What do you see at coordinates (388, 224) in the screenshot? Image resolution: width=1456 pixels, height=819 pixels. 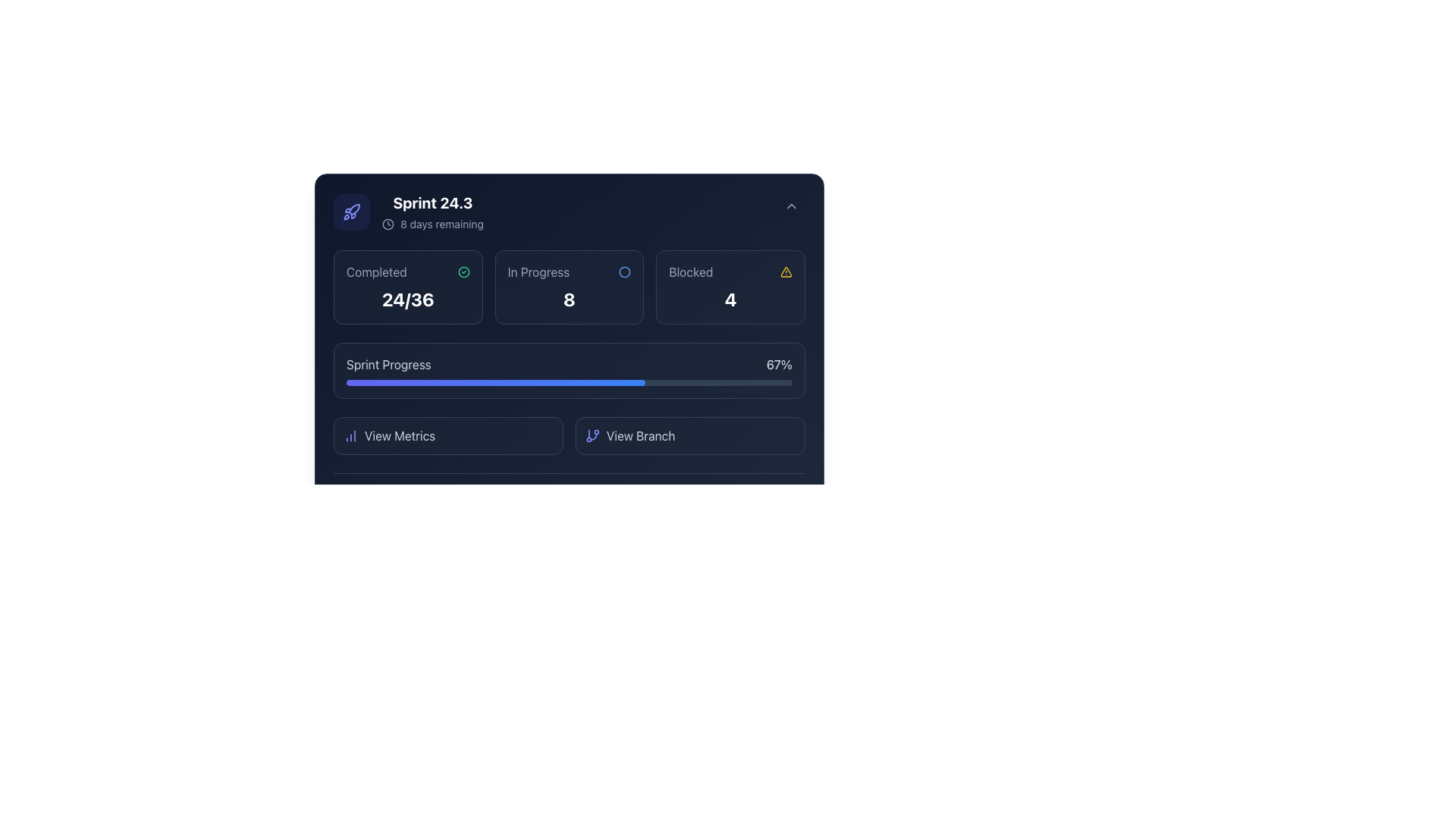 I see `the decorative SVG Circle that visually enhances the clock icon, located in the top-left section before the text '8 days remaining' next to 'Sprint 24.3'` at bounding box center [388, 224].